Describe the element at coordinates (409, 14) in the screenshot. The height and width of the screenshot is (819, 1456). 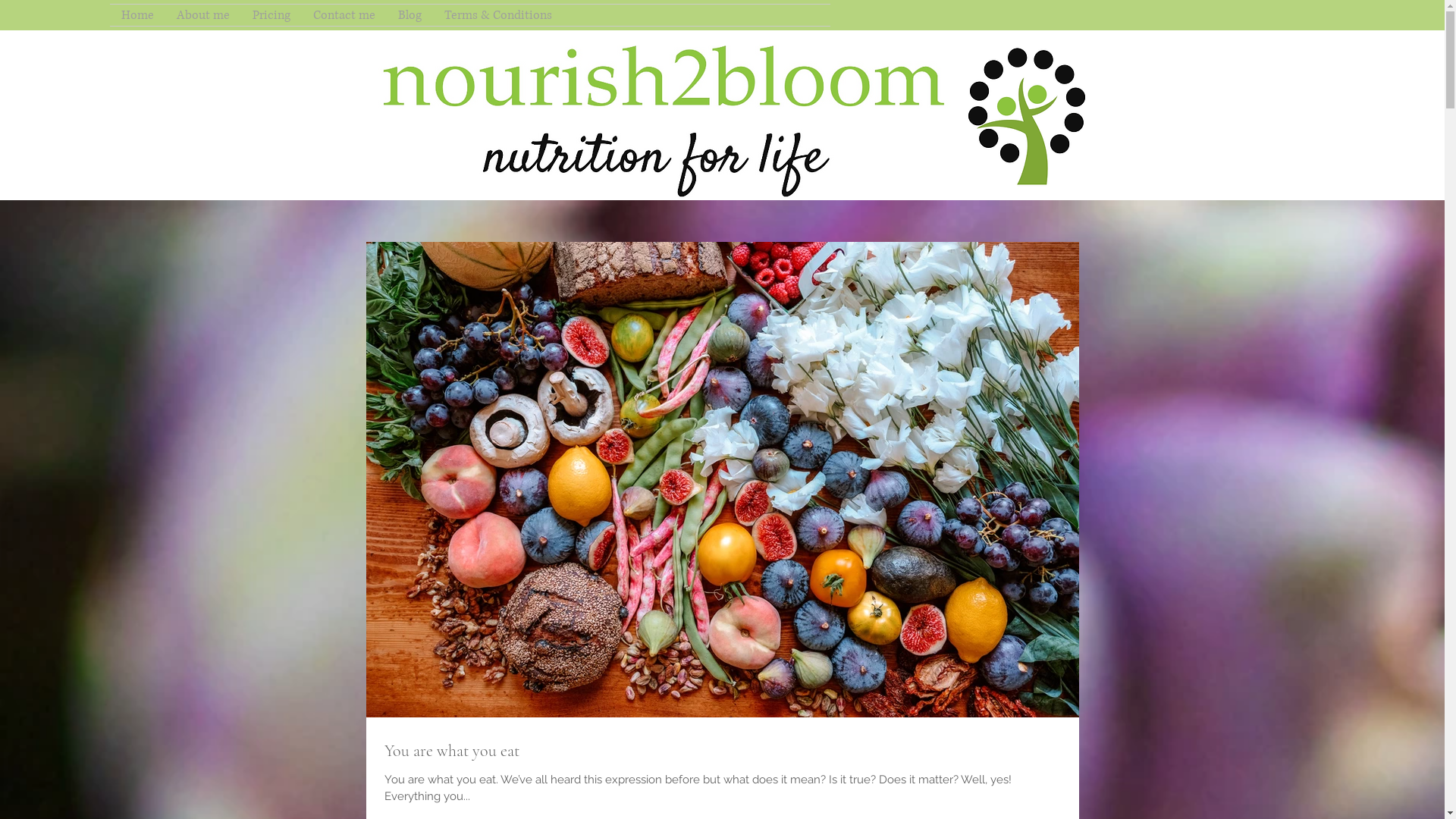
I see `'Blog'` at that location.